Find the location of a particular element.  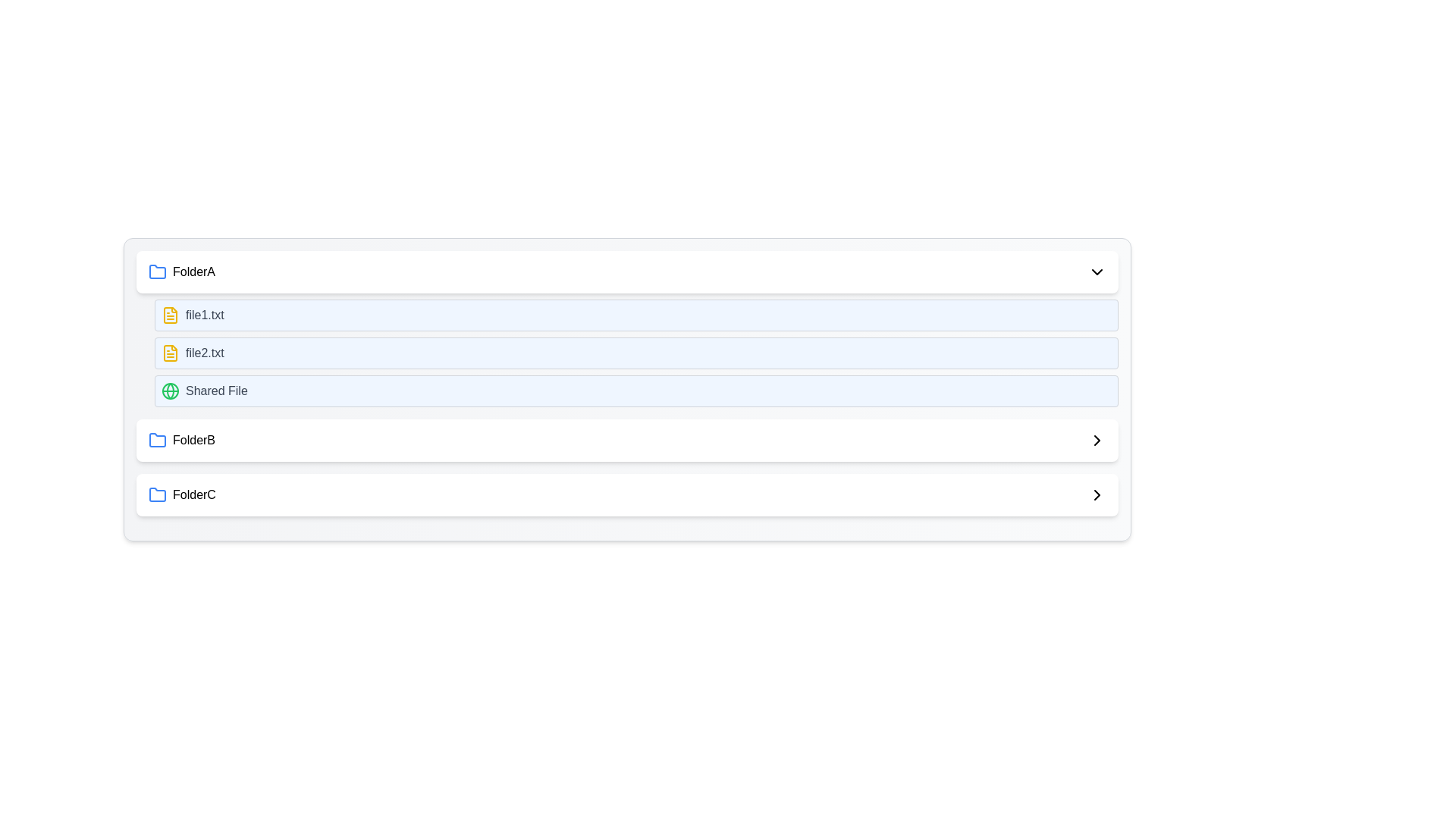

the folder icon indicating 'FolderB' is located at coordinates (157, 439).